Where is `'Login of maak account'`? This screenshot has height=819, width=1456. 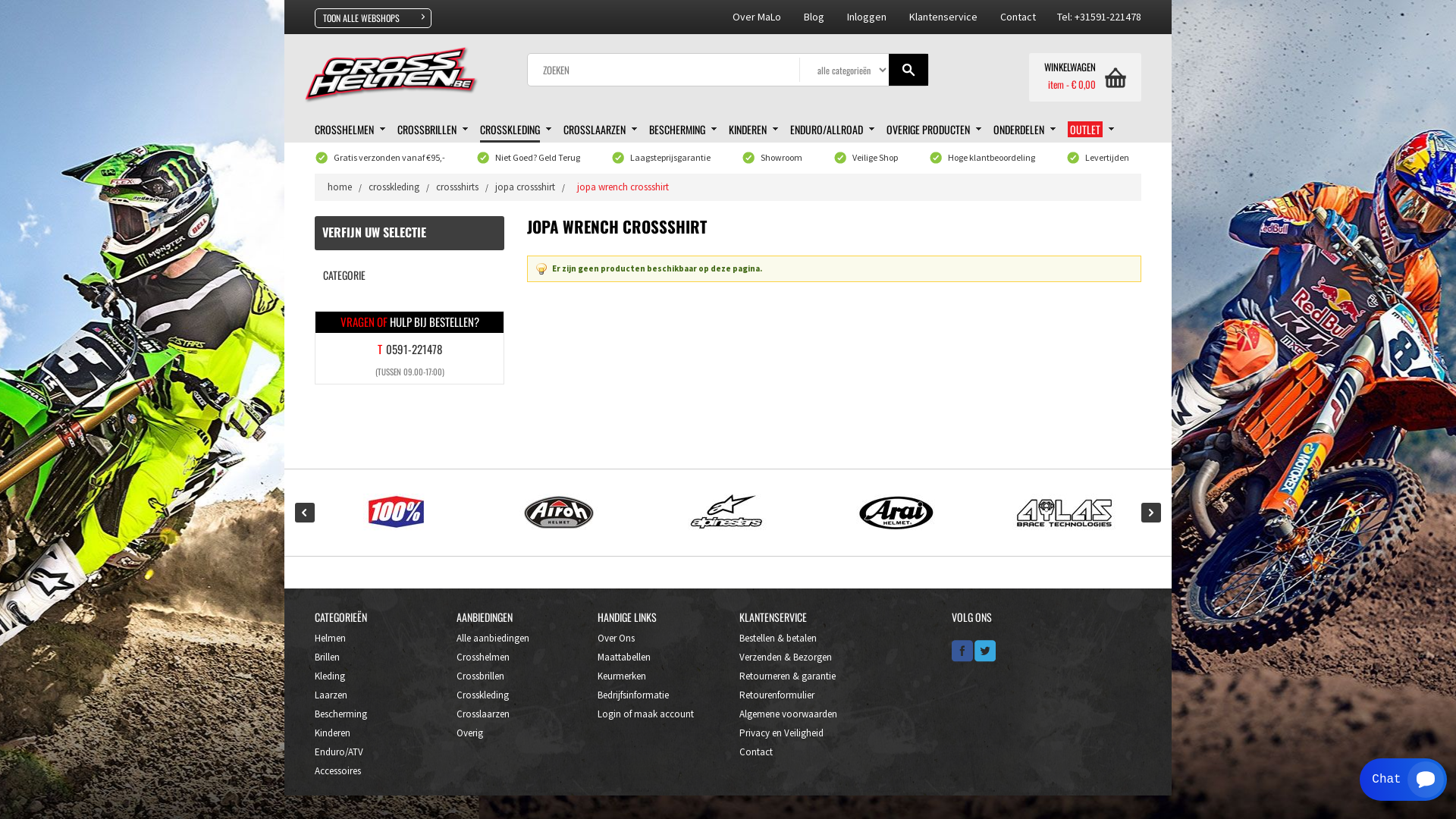
'Login of maak account' is located at coordinates (596, 713).